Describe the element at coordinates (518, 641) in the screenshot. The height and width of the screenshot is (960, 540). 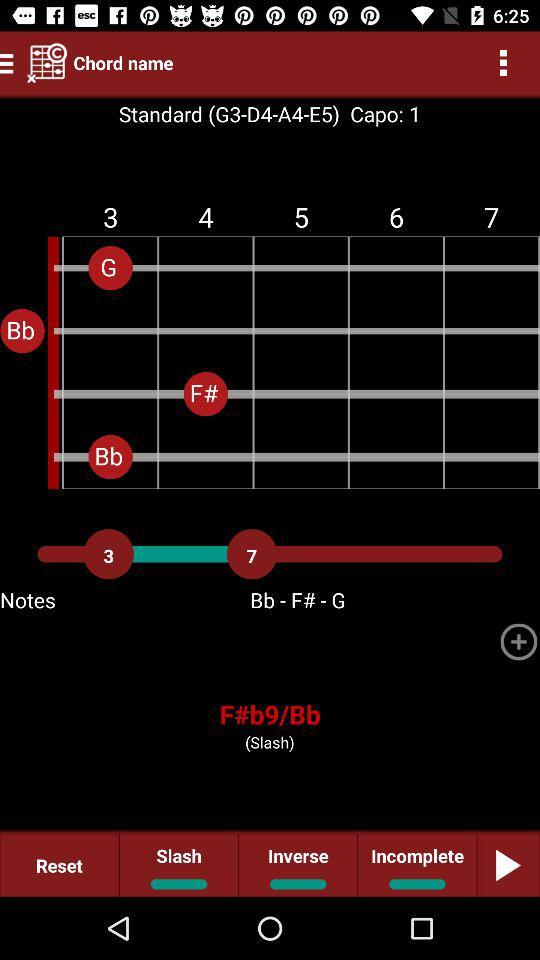
I see `the icon to the right of notes icon` at that location.